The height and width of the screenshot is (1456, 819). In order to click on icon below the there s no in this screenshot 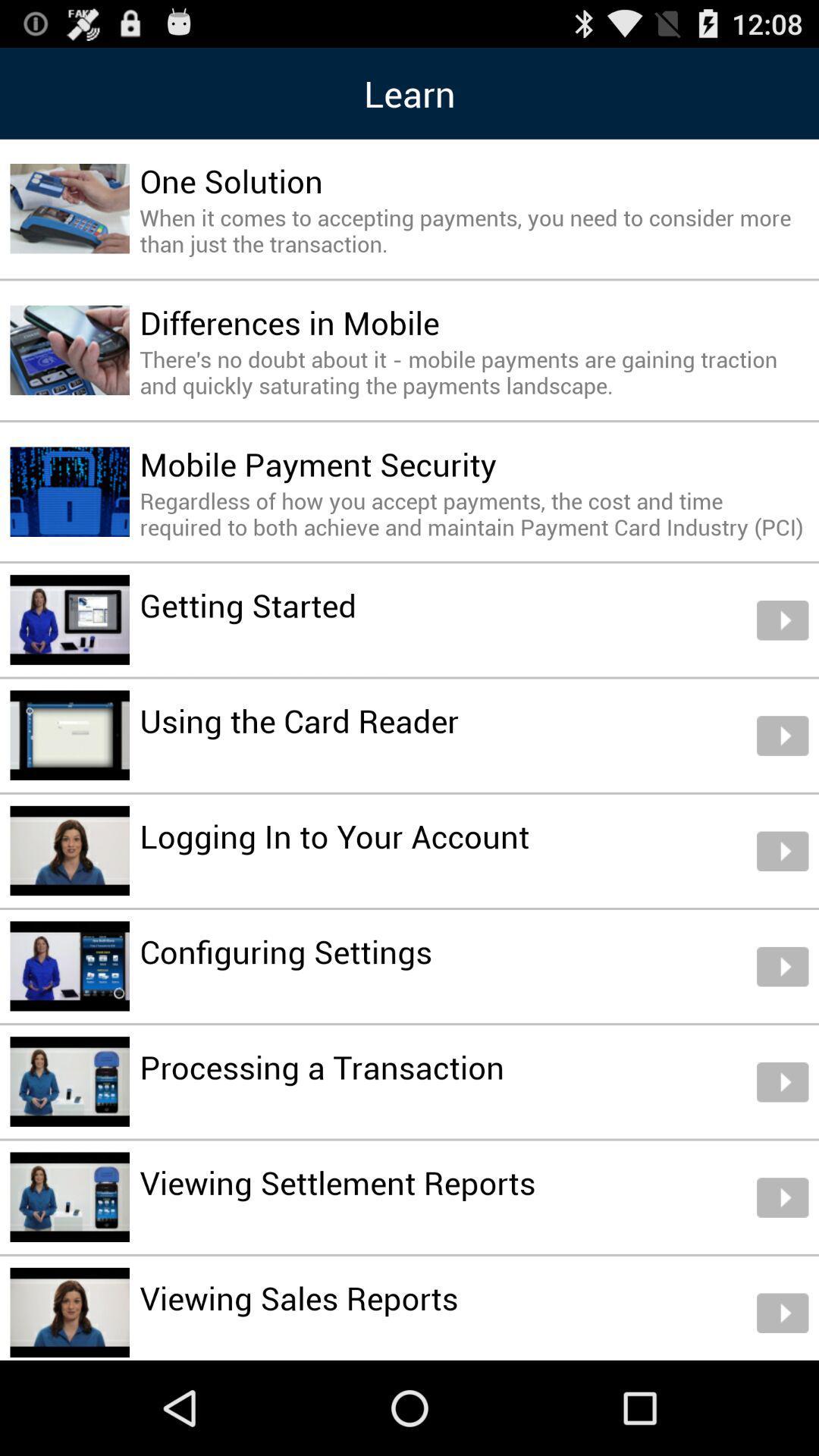, I will do `click(317, 463)`.